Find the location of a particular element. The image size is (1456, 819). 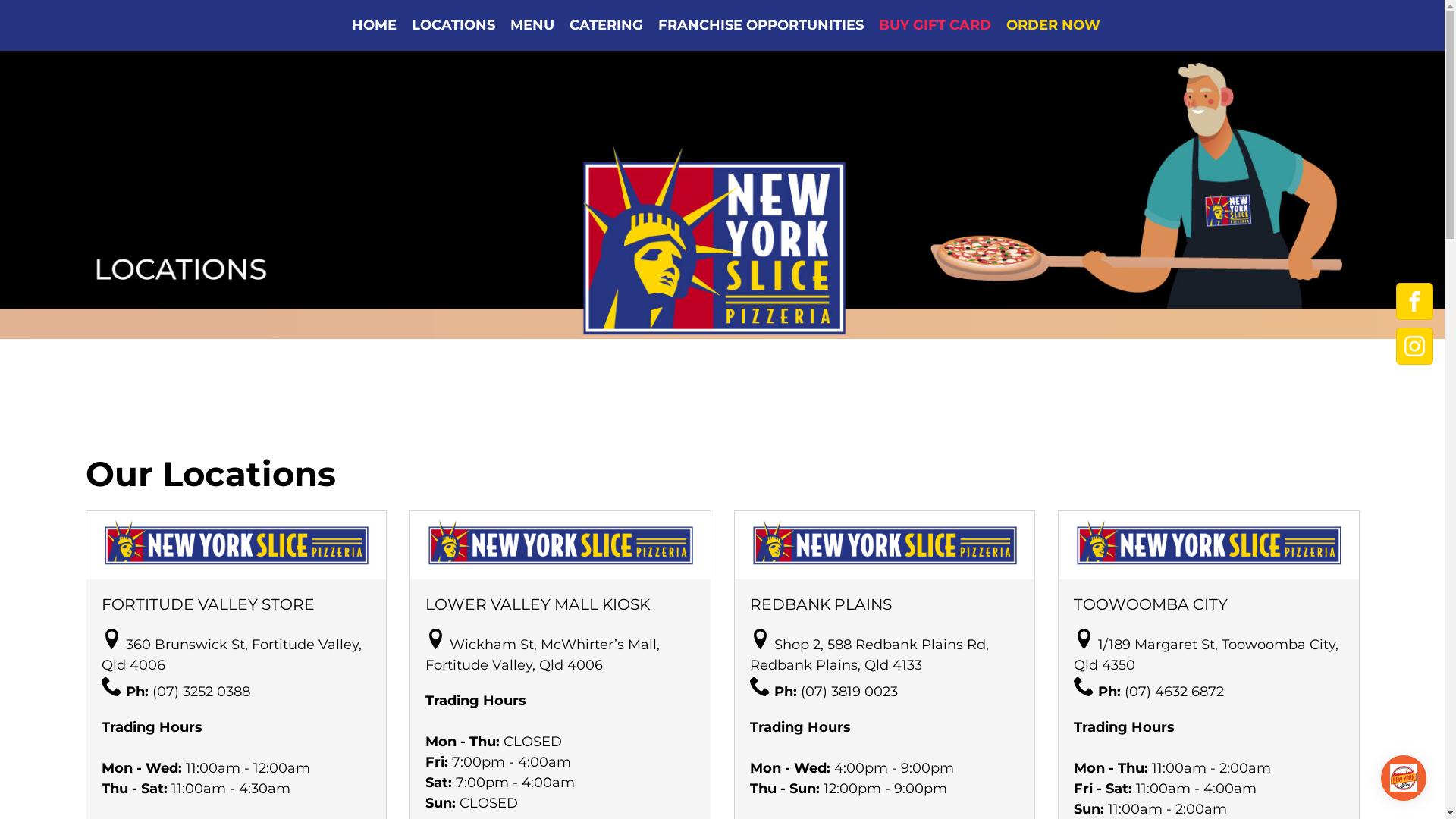

'ORDER NOW' is located at coordinates (998, 25).